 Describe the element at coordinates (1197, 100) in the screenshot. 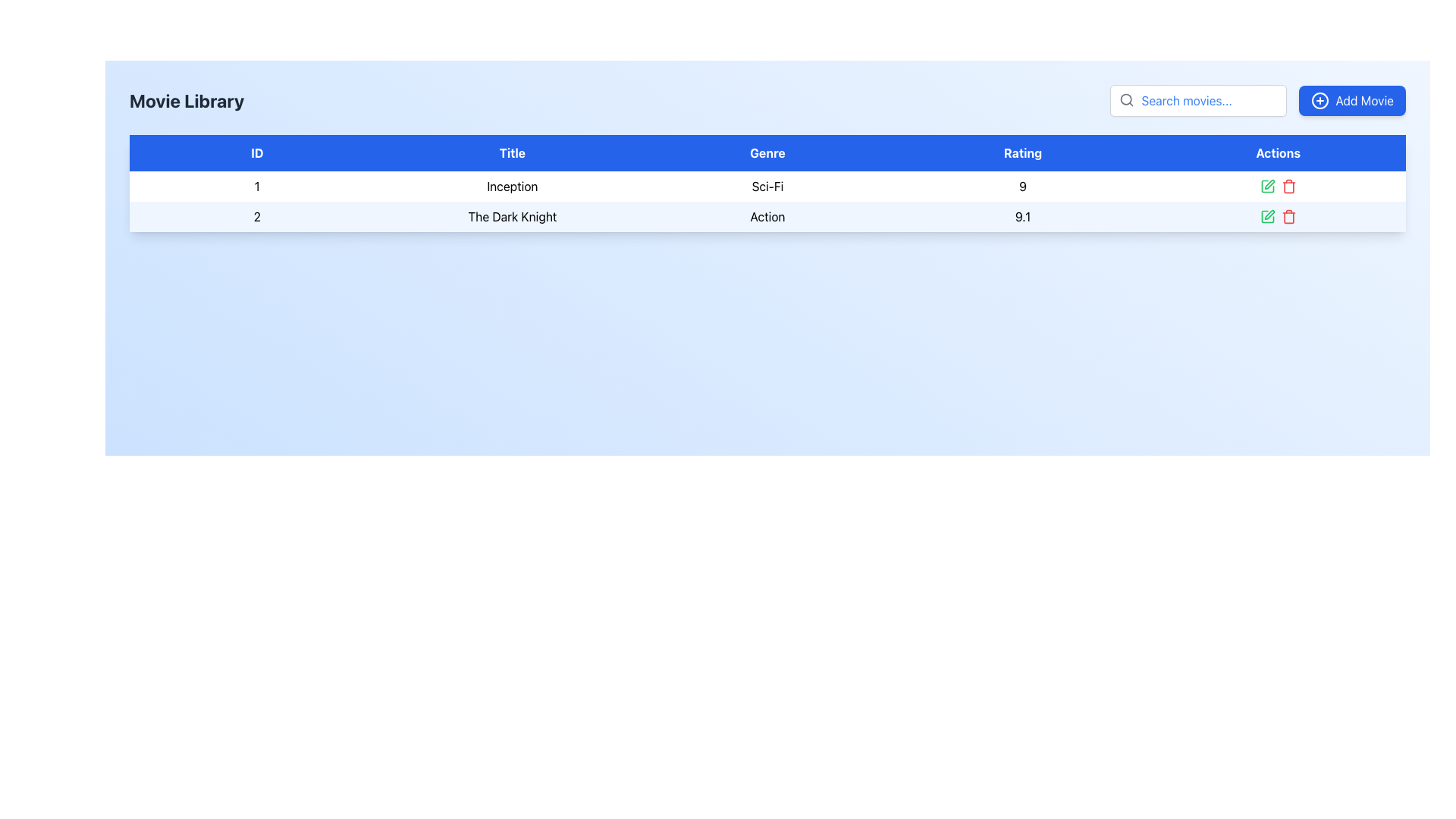

I see `the text input field with placeholder 'Search movies...' to focus on it` at that location.